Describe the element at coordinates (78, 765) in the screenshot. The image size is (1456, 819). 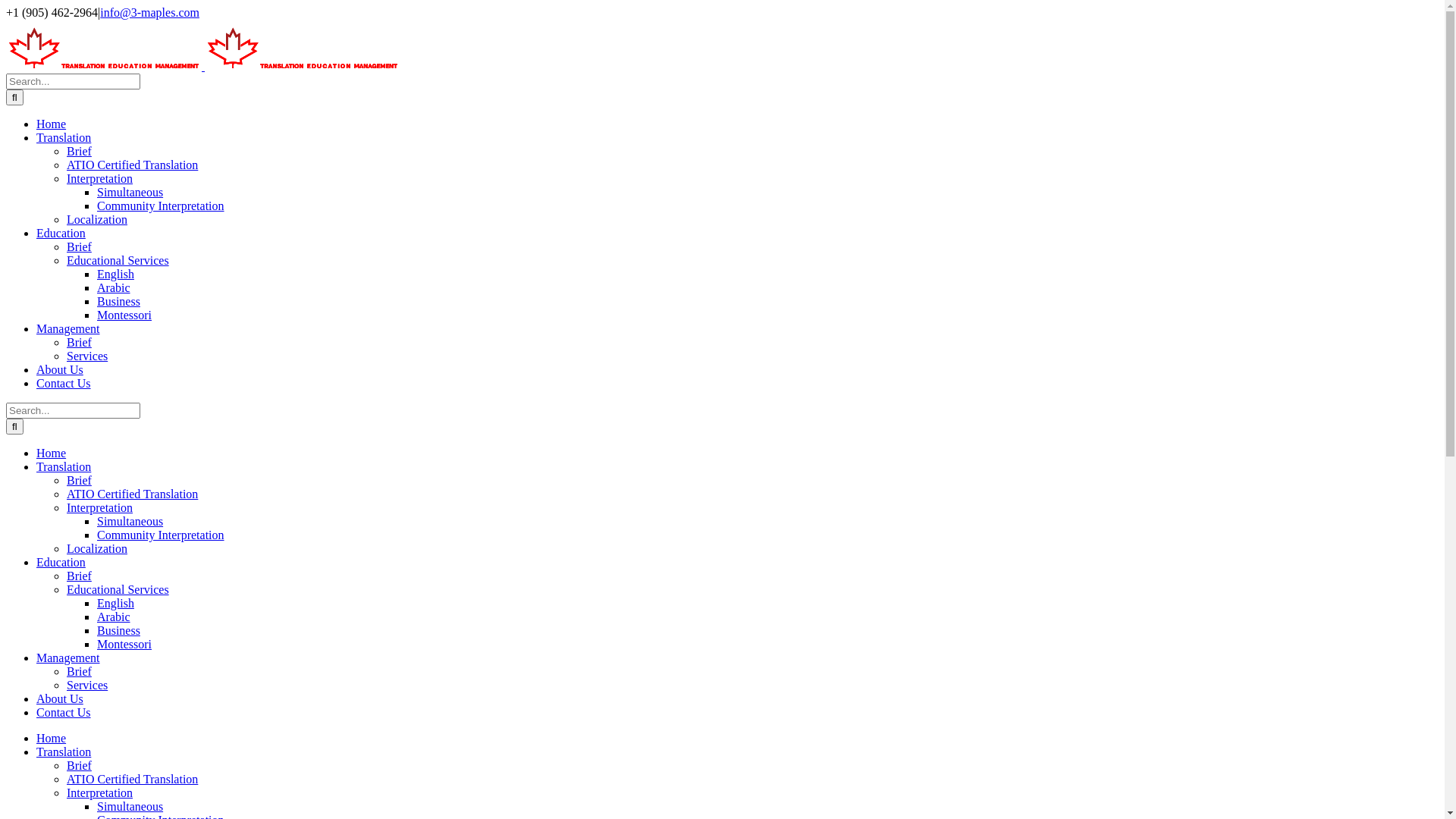
I see `'Brief'` at that location.